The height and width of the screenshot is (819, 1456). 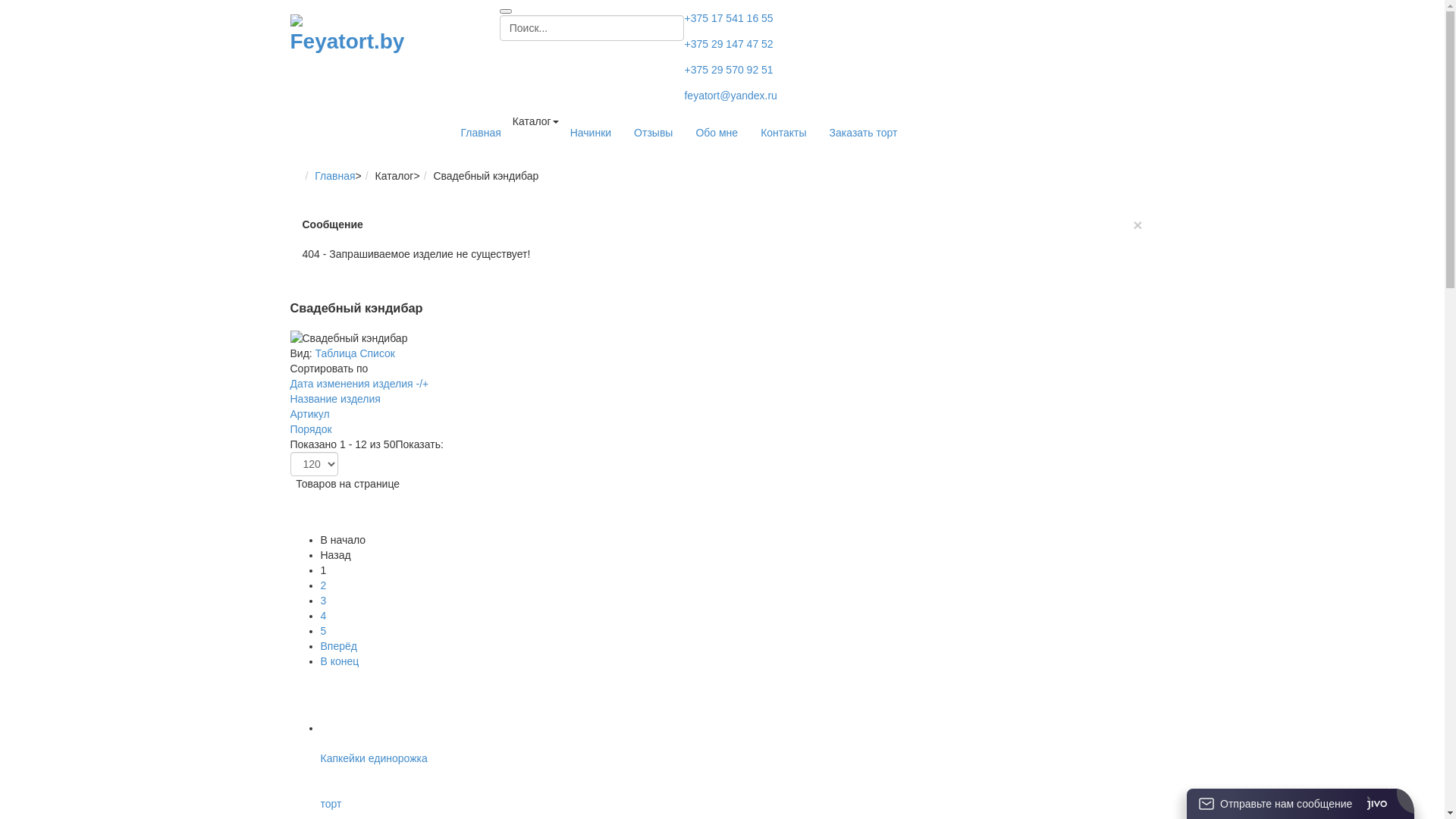 What do you see at coordinates (728, 17) in the screenshot?
I see `'+375 17 541 16 55'` at bounding box center [728, 17].